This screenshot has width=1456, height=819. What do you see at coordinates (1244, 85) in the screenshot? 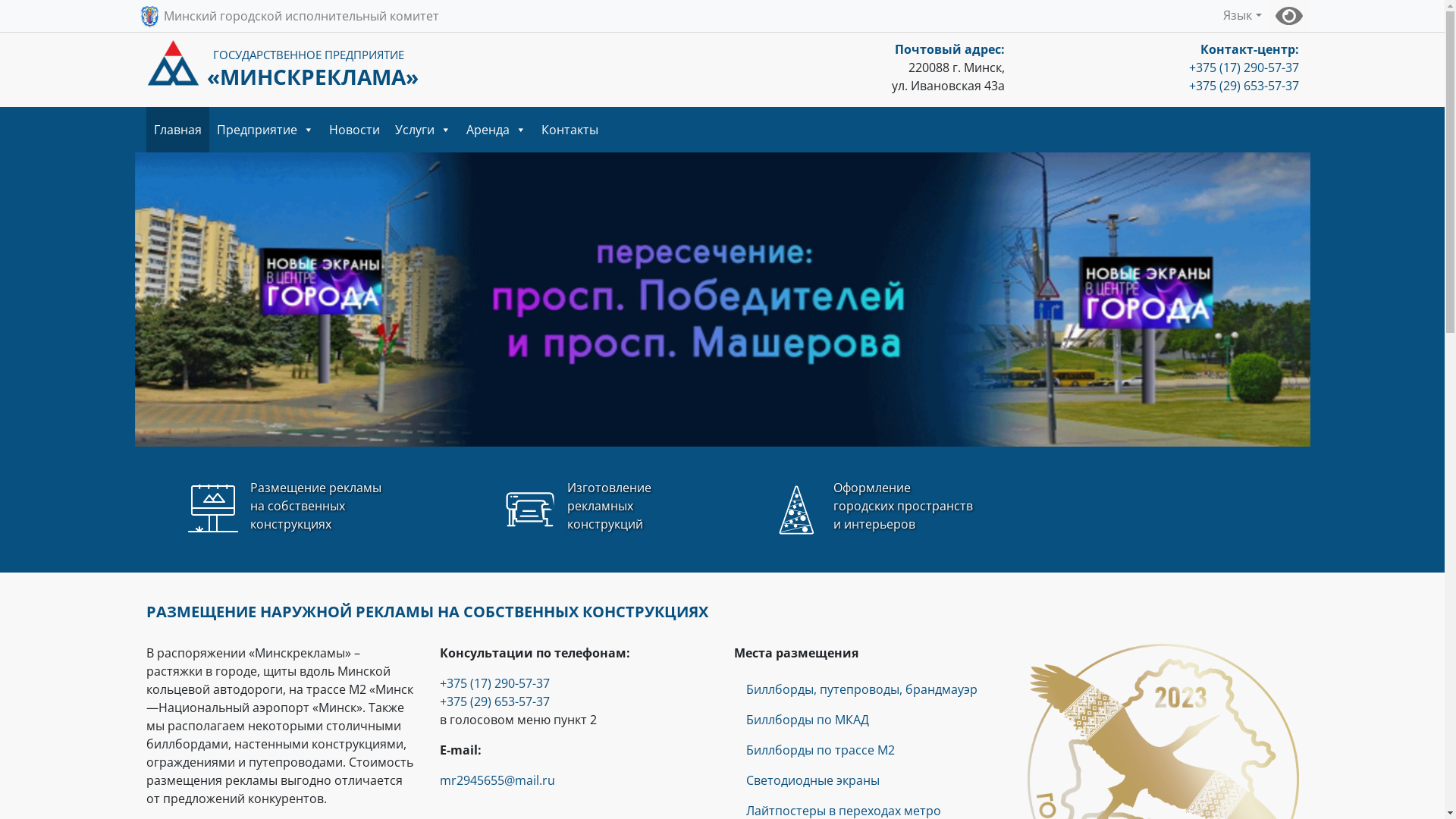
I see `'+375 (29) 653-57-37'` at bounding box center [1244, 85].